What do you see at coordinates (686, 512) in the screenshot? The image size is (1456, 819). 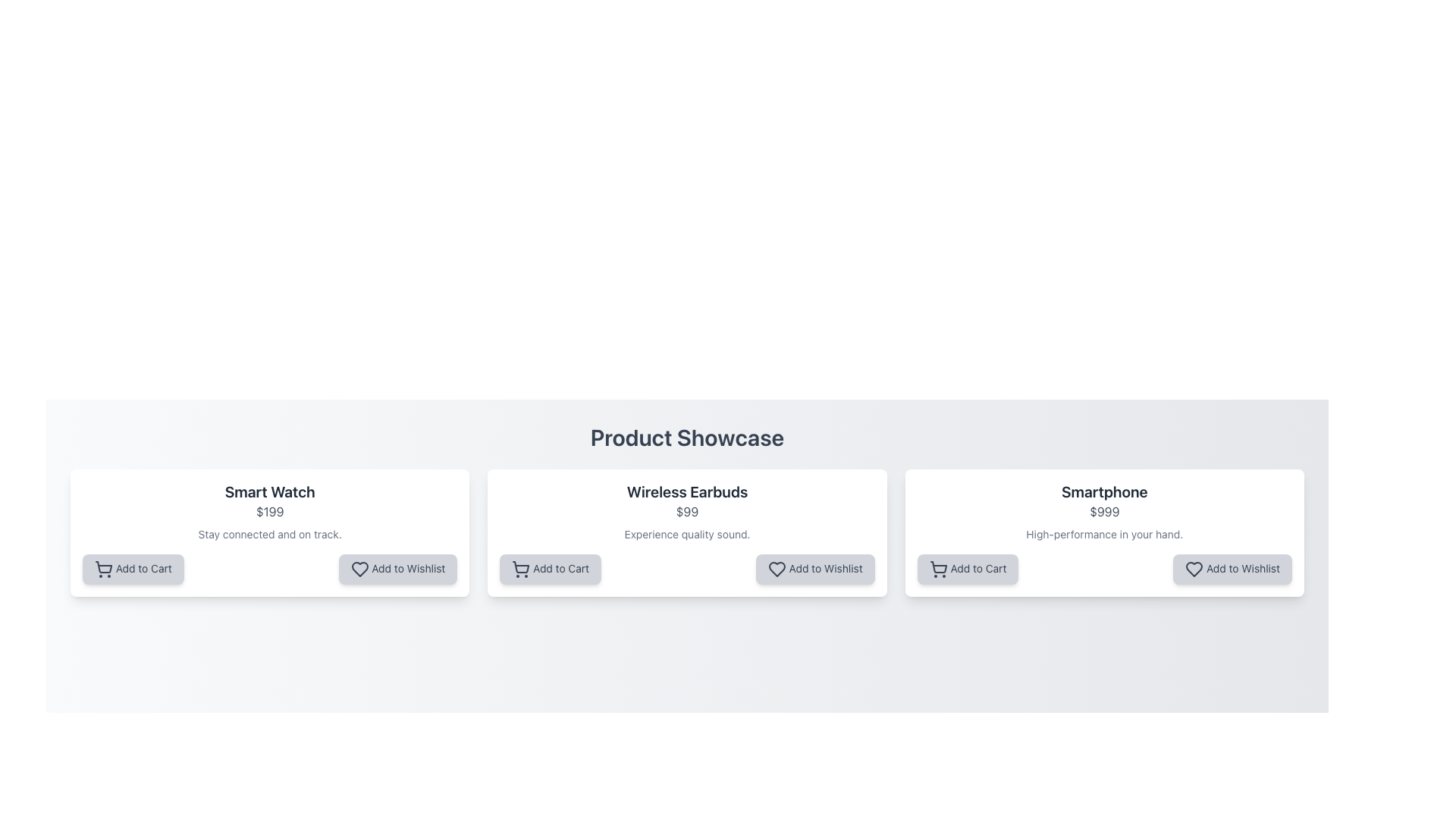 I see `the price display text for the product 'Wireless Earbuds', which is located below the title and above the product description in the central card of the product showcase layout` at bounding box center [686, 512].